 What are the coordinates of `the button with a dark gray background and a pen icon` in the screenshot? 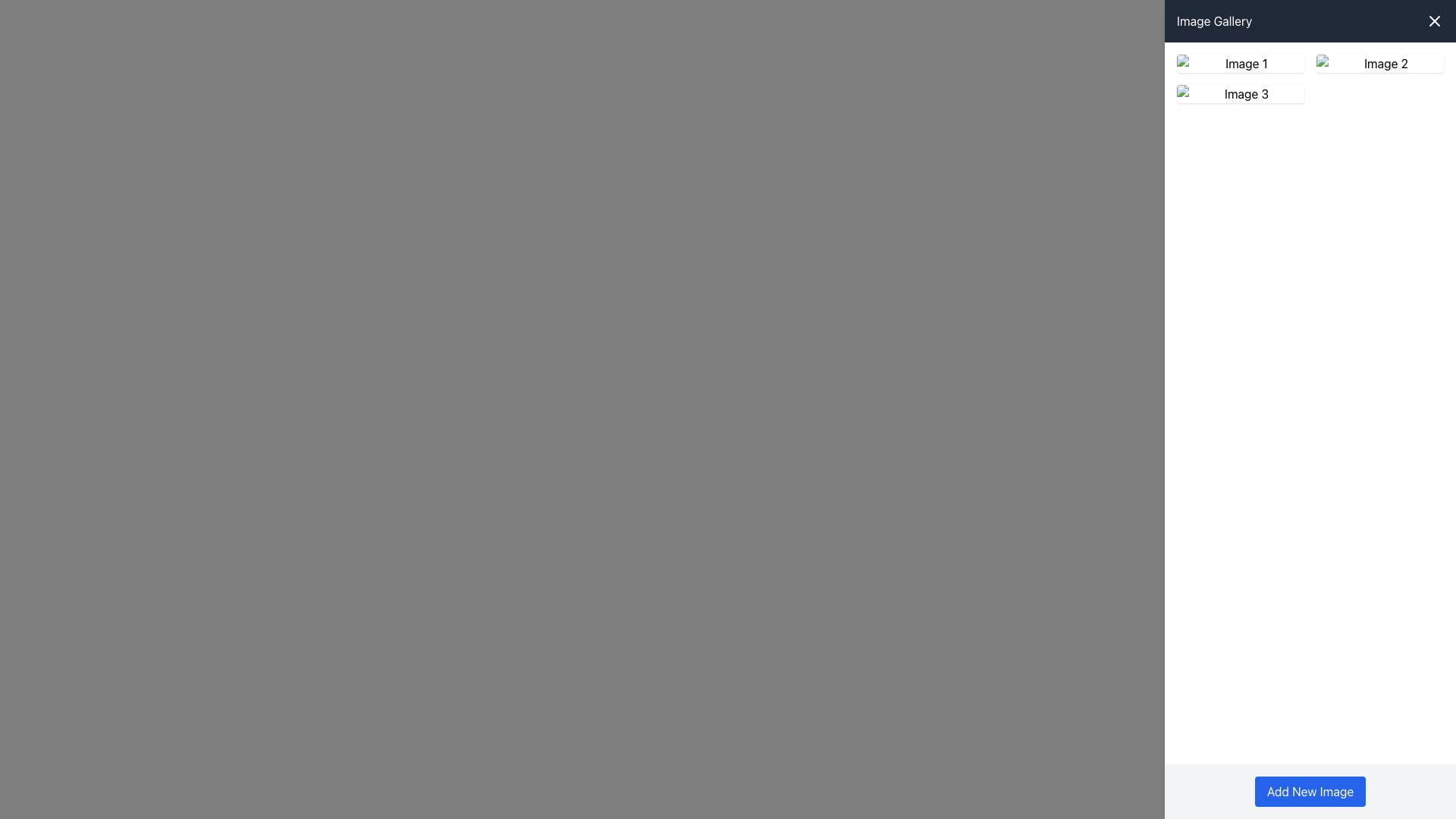 It's located at (1241, 93).